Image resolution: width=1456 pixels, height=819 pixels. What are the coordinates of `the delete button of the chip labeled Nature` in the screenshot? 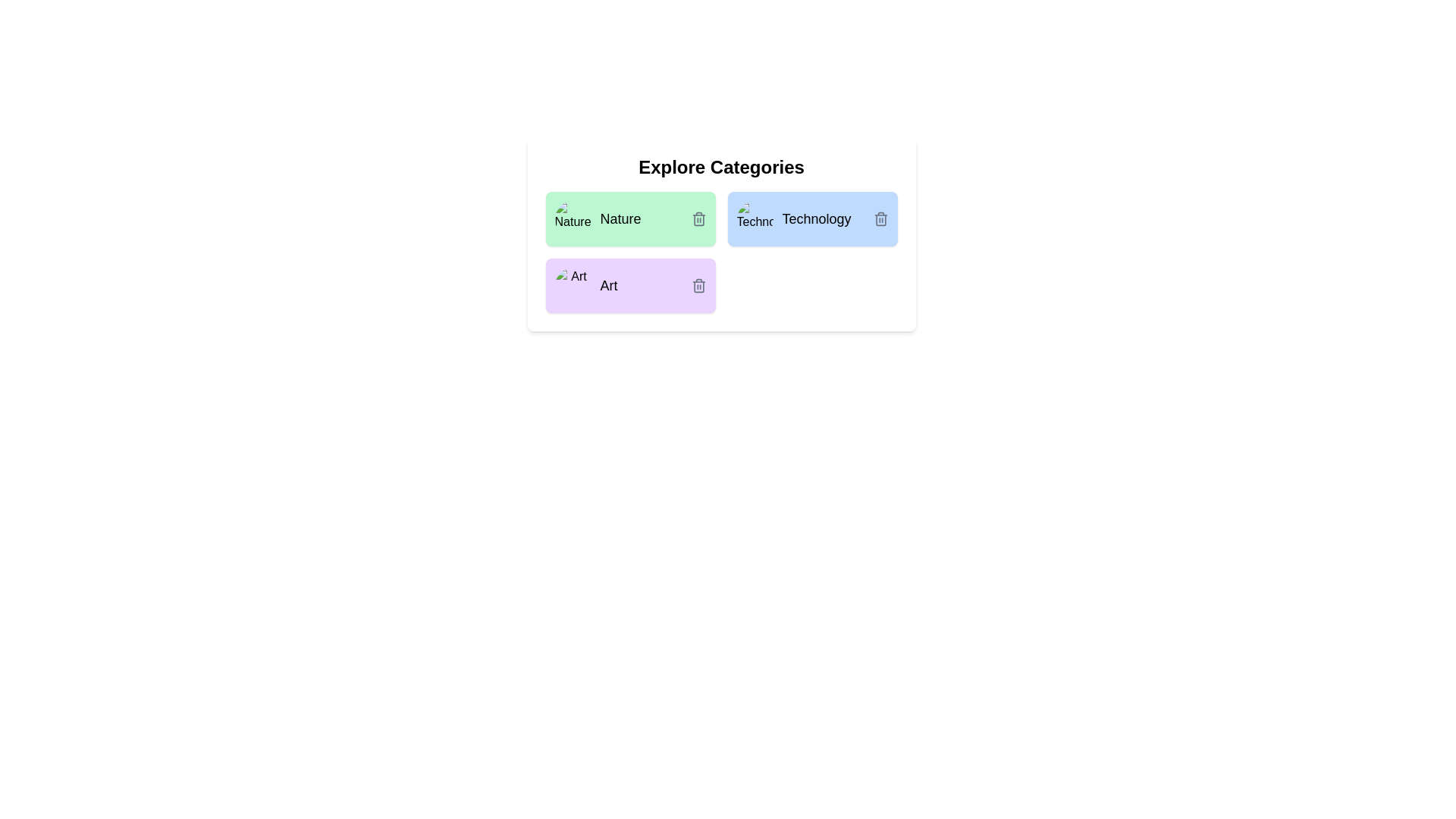 It's located at (698, 219).